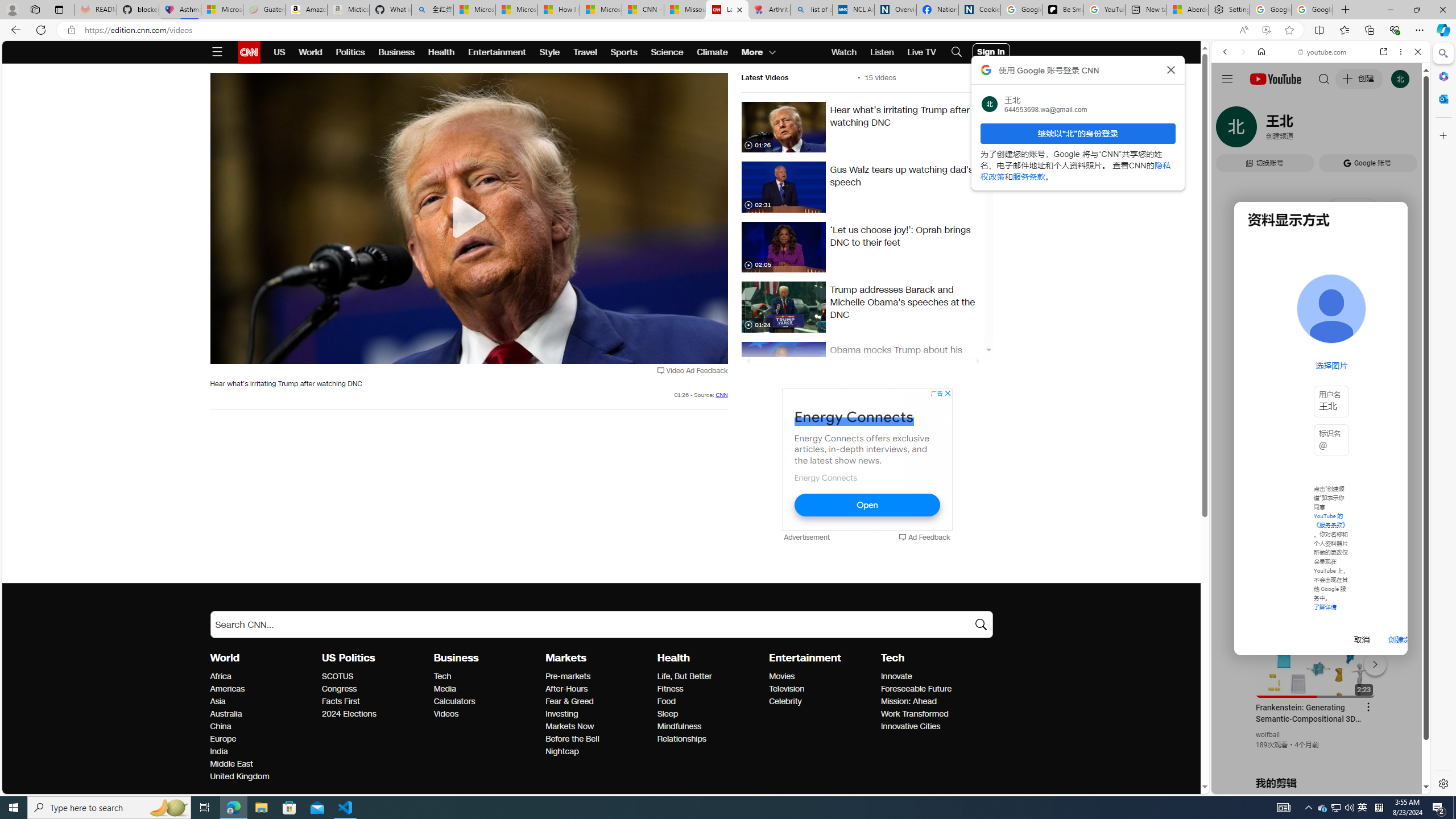  What do you see at coordinates (1407, 457) in the screenshot?
I see `'Click to scroll right'` at bounding box center [1407, 457].